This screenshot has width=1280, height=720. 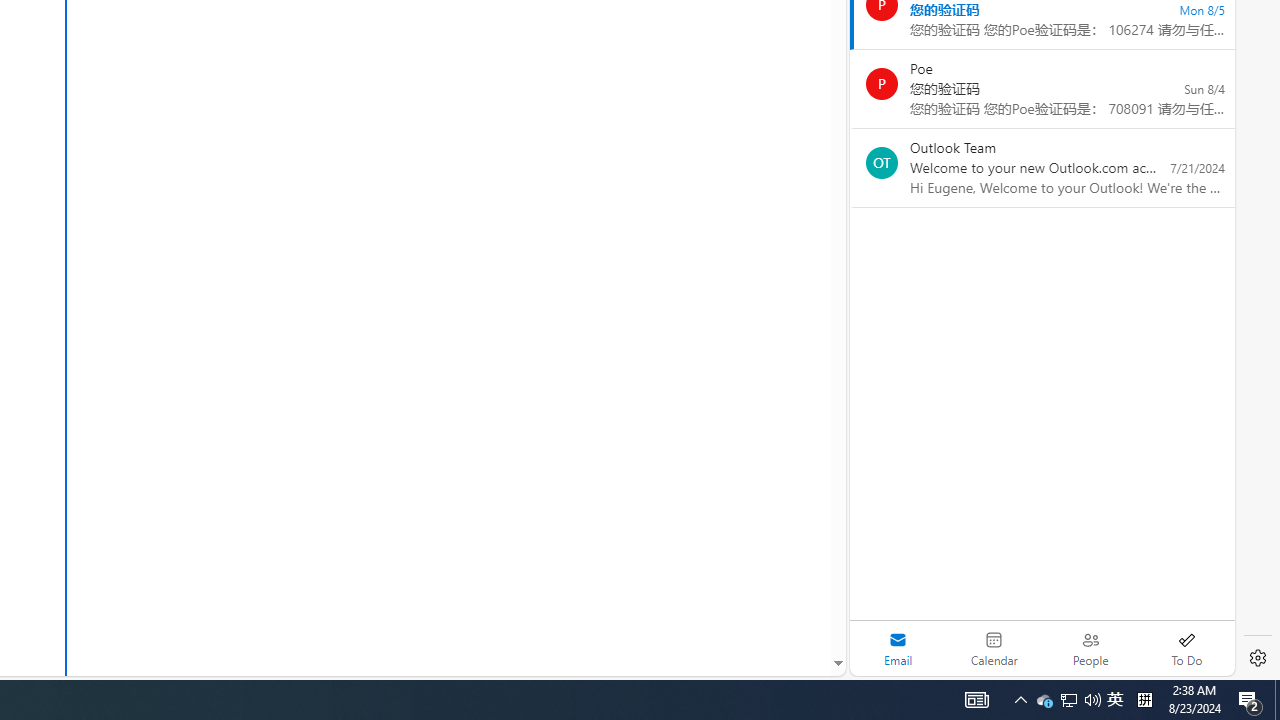 I want to click on 'To Do', so click(x=1186, y=648).